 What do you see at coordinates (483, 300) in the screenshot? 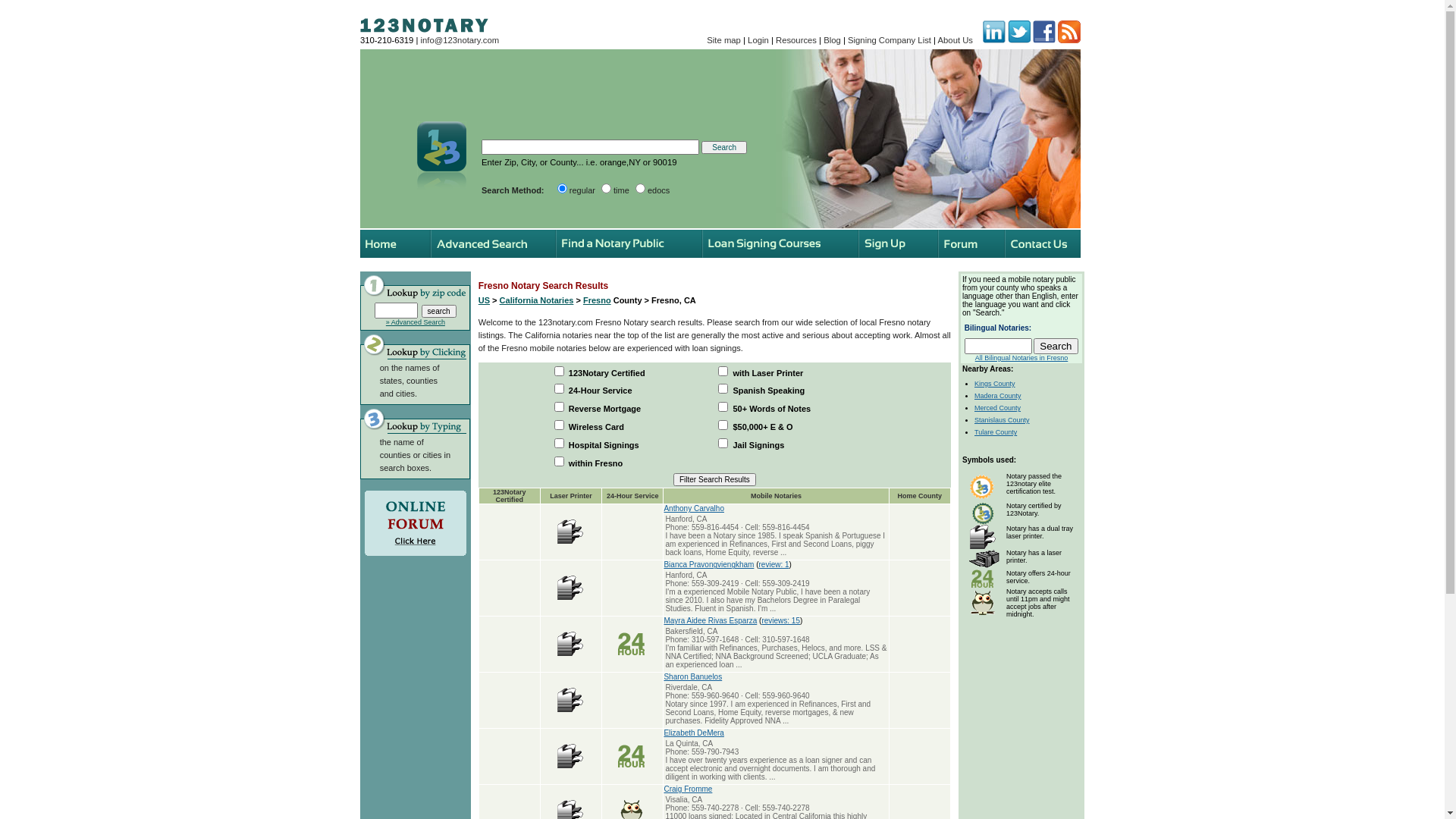
I see `'US'` at bounding box center [483, 300].